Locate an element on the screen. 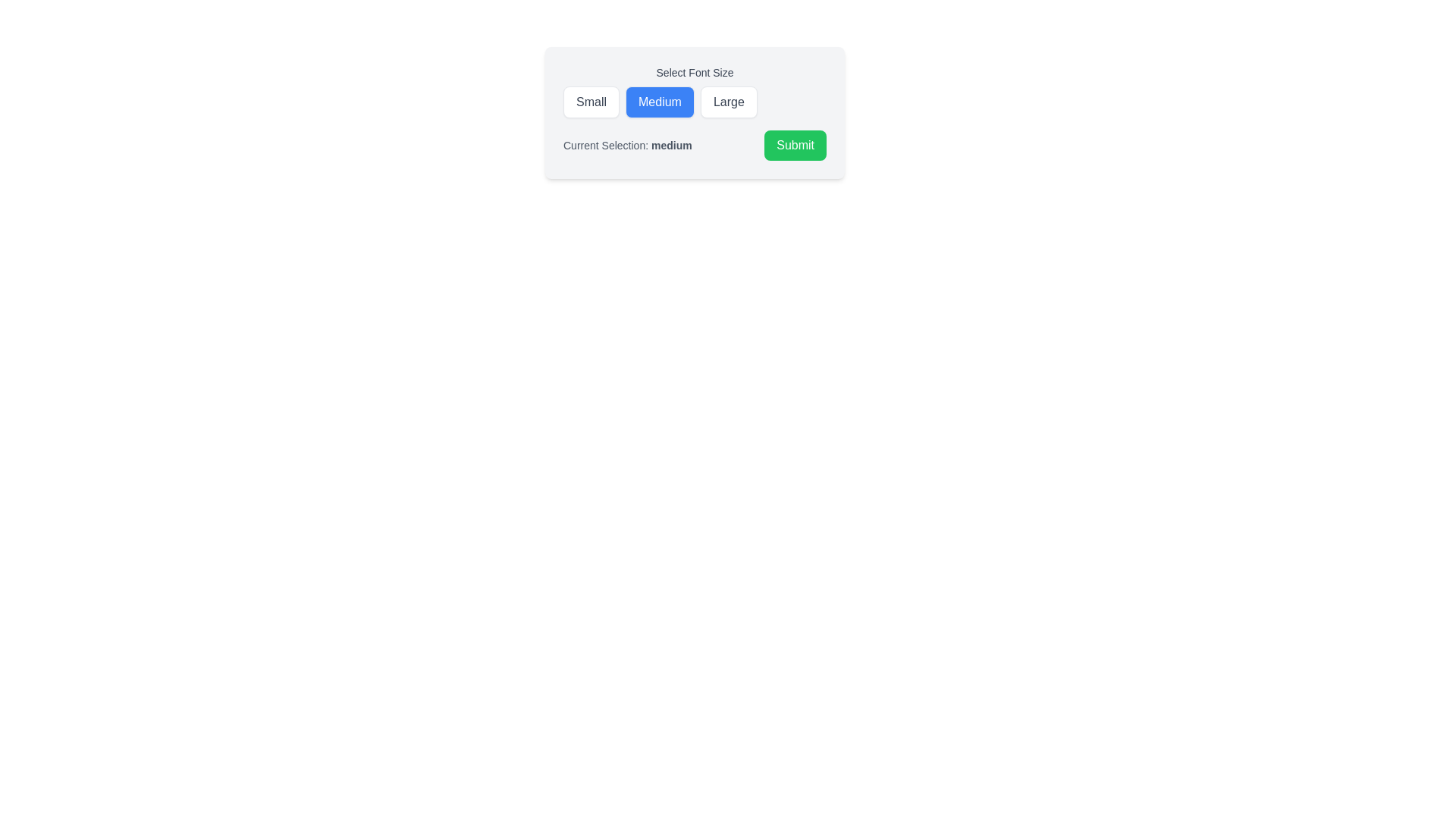 This screenshot has width=1456, height=819. the 'Large' button is located at coordinates (729, 102).